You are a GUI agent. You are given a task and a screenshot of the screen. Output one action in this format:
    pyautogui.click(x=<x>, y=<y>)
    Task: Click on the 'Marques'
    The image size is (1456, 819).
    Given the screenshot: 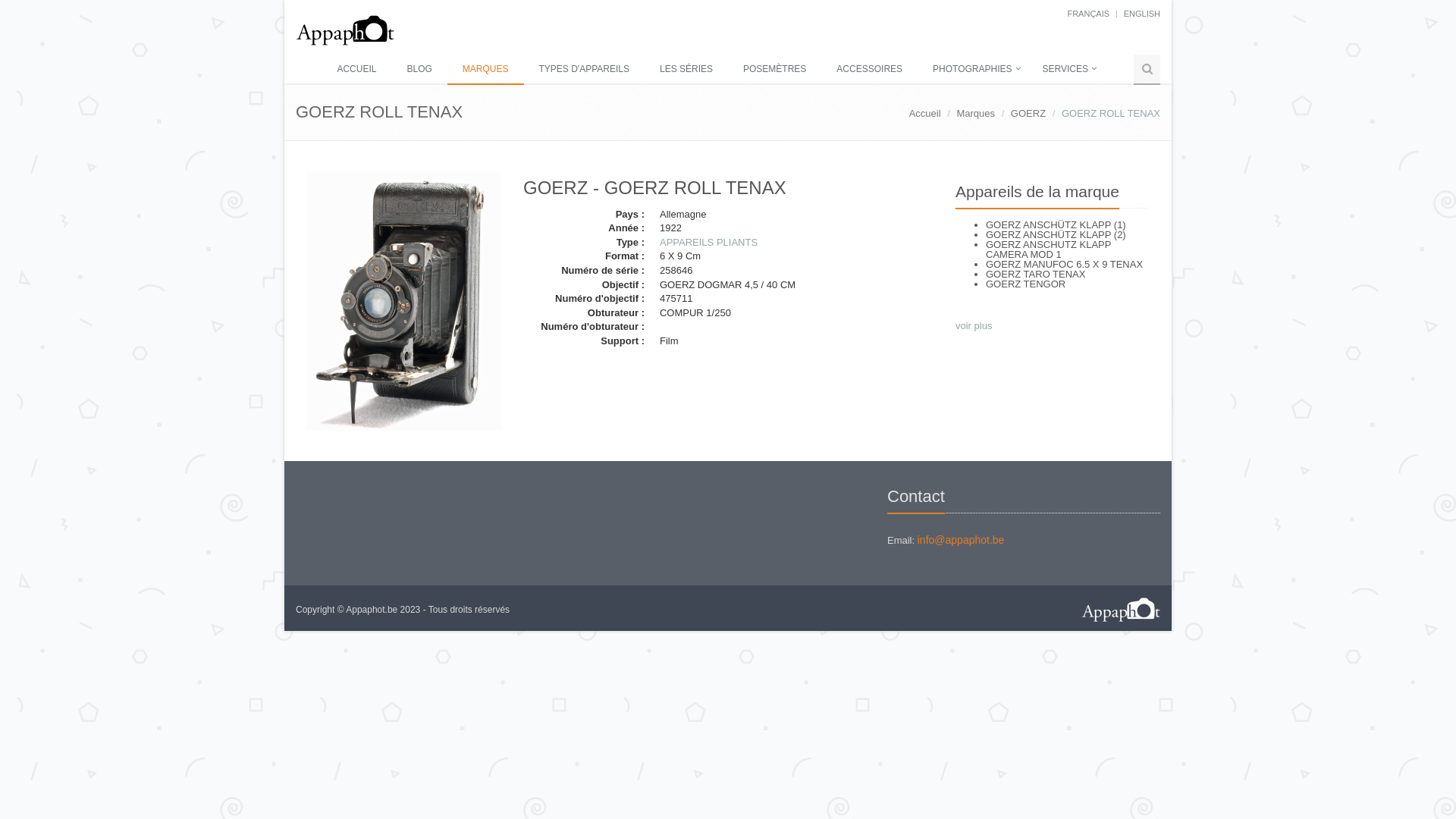 What is the action you would take?
    pyautogui.click(x=975, y=112)
    